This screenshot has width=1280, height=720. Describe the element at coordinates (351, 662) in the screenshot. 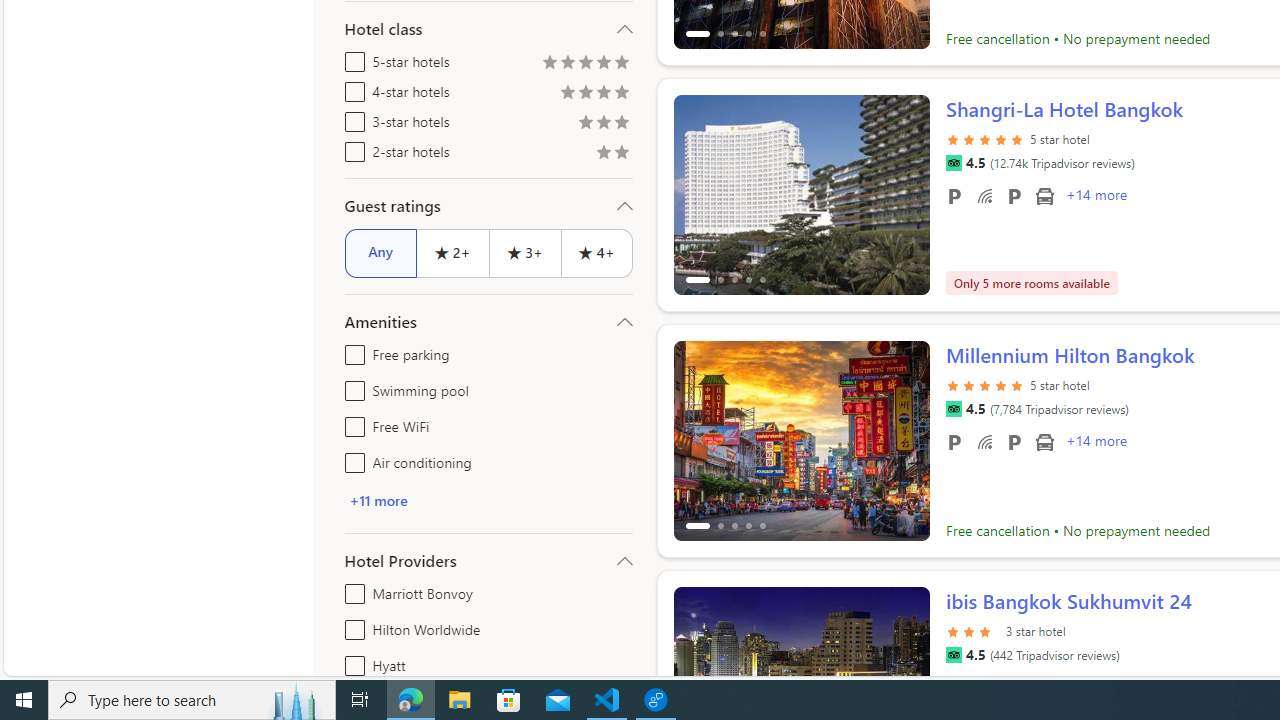

I see `'Hyatt'` at that location.